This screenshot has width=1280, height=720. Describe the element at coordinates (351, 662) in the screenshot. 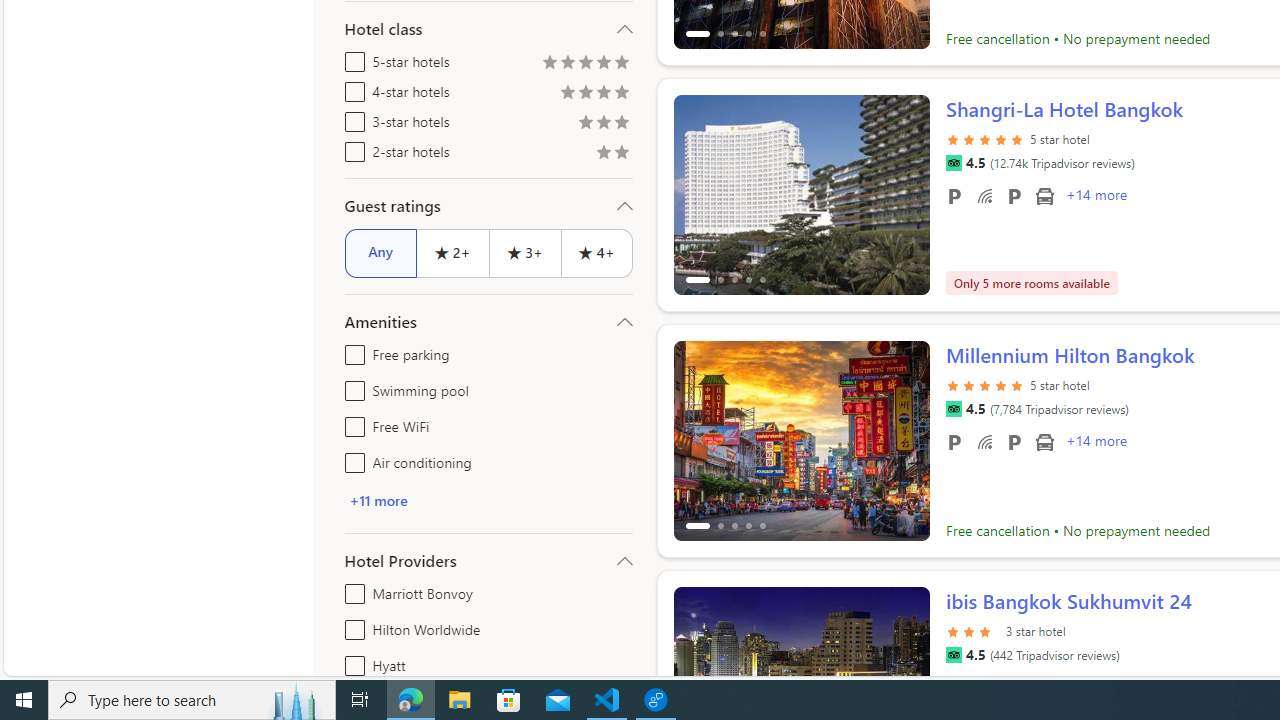

I see `'Hyatt'` at that location.